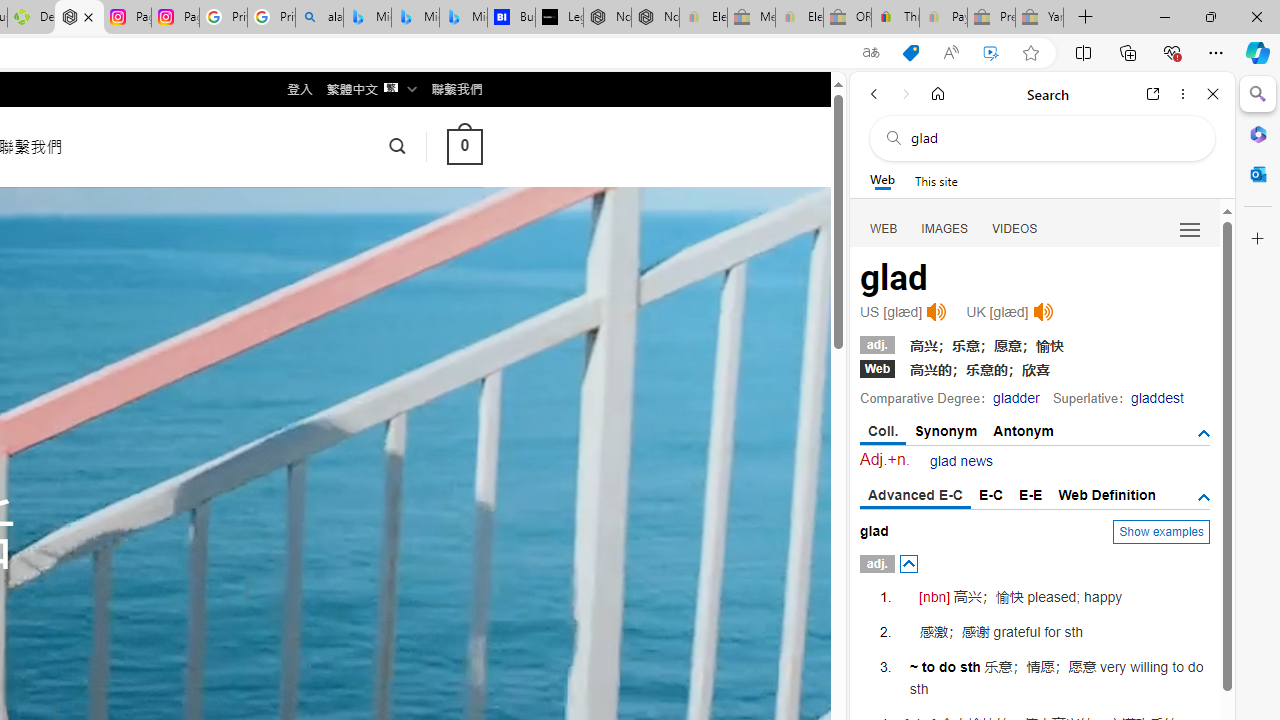 The height and width of the screenshot is (720, 1280). I want to click on 'Click to listen', so click(1042, 312).